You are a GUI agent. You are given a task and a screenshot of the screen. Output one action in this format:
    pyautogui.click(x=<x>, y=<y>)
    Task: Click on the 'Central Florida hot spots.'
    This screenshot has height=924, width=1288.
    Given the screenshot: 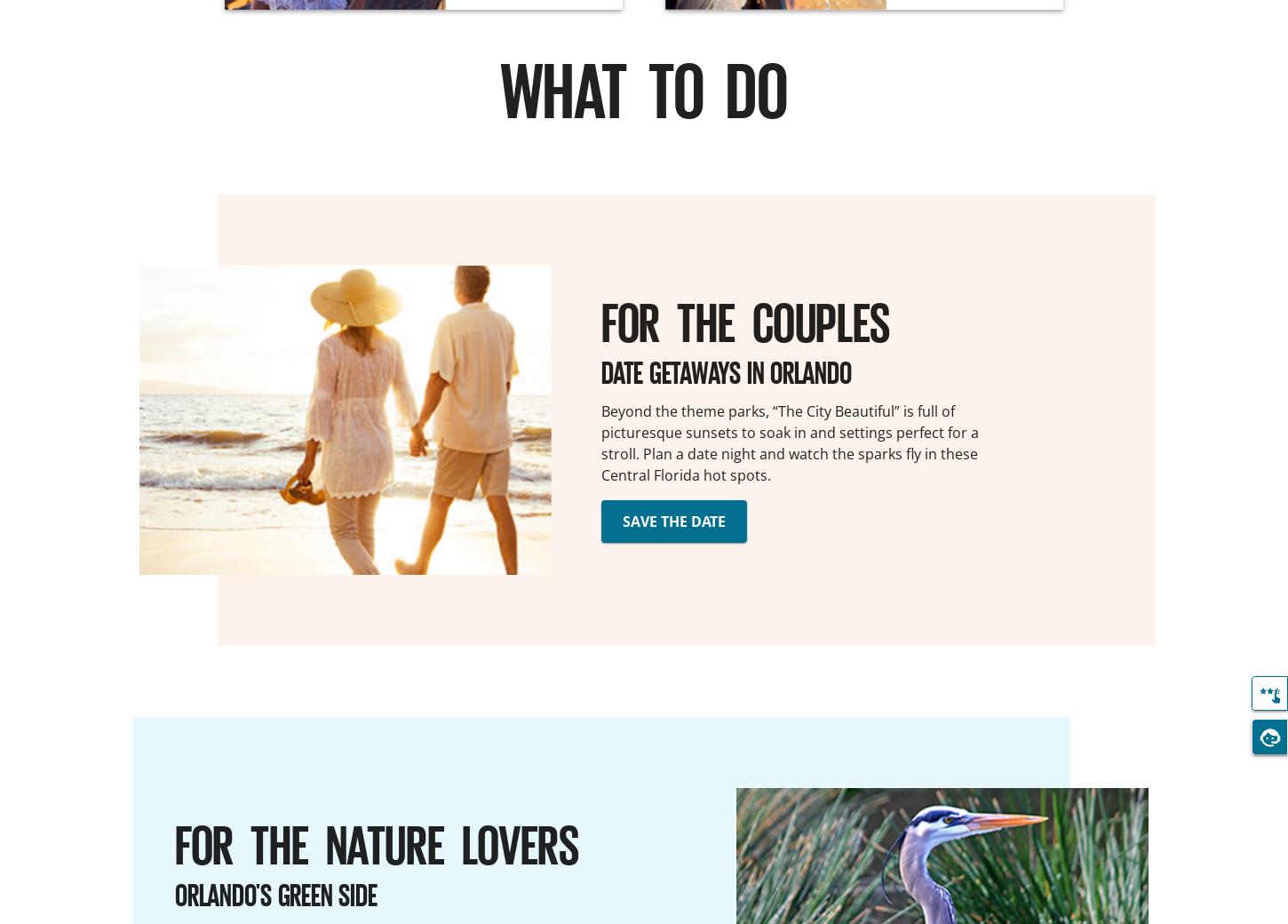 What is the action you would take?
    pyautogui.click(x=686, y=474)
    